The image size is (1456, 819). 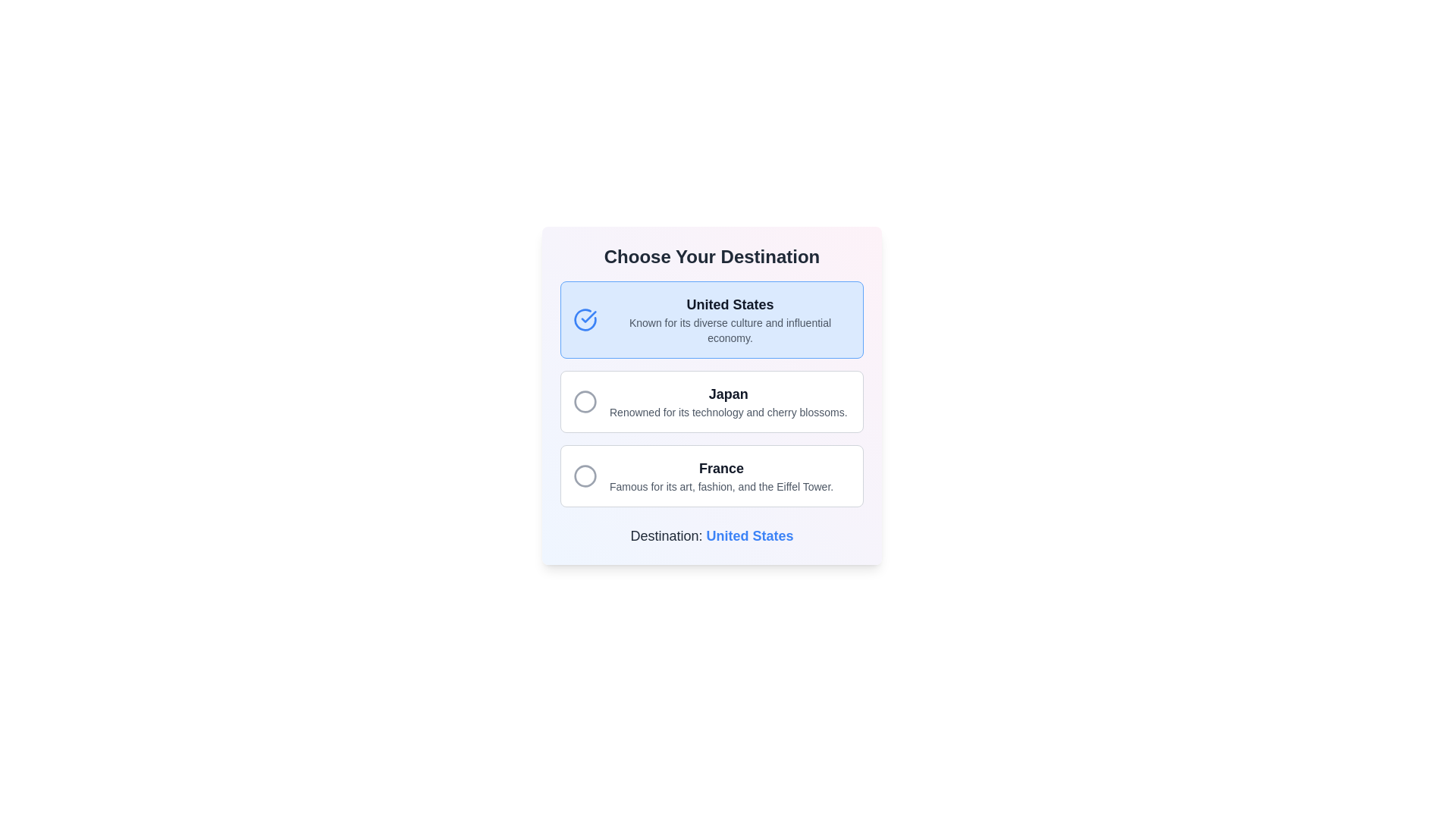 What do you see at coordinates (730, 329) in the screenshot?
I see `the text display that provides descriptive information about the 'United States' option in the list, located directly below the 'United States' text` at bounding box center [730, 329].